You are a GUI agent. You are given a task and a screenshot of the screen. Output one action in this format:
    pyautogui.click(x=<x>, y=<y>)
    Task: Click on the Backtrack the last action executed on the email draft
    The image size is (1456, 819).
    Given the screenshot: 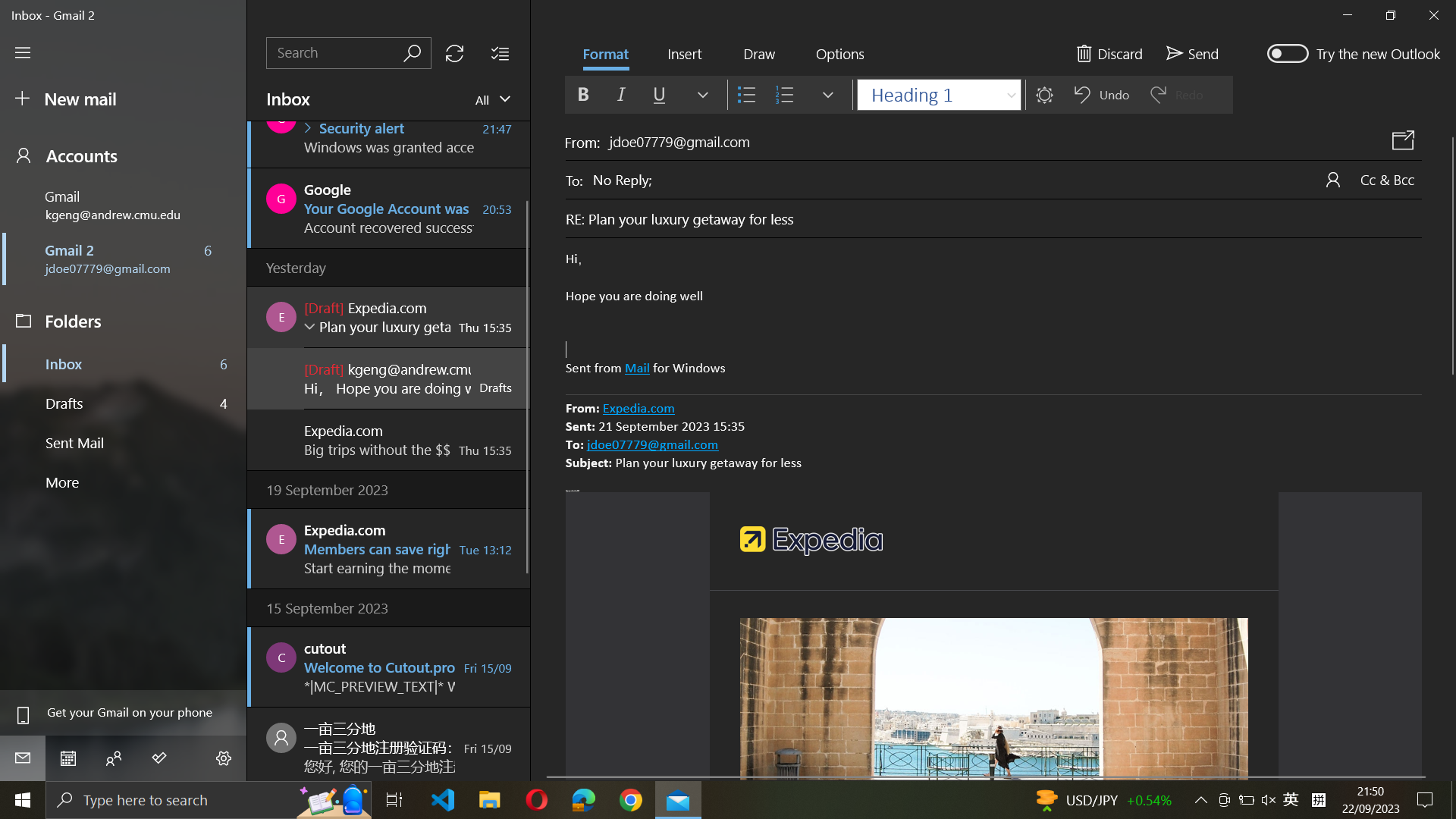 What is the action you would take?
    pyautogui.click(x=993, y=314)
    